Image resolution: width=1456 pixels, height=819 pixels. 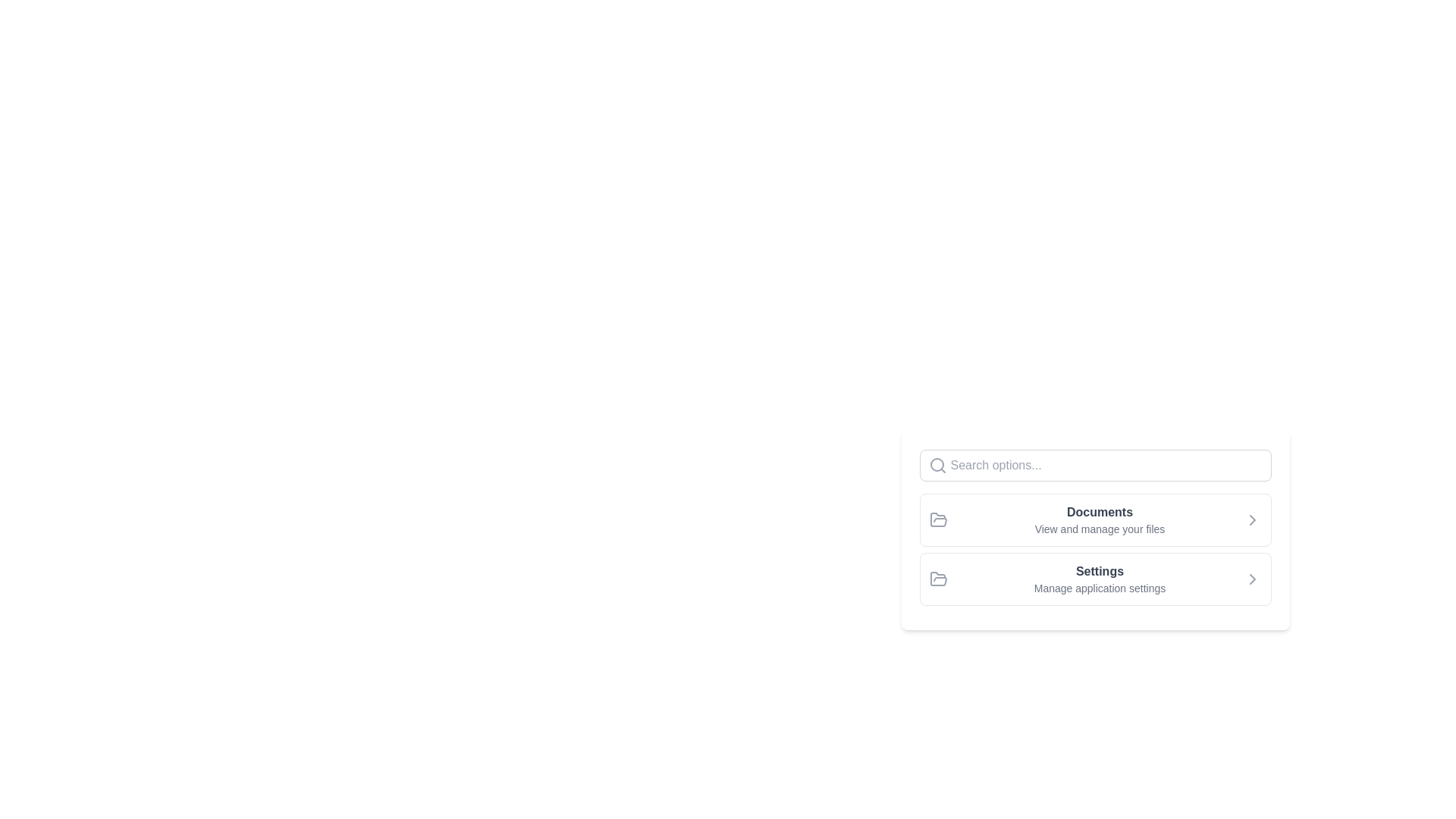 I want to click on the panel containing selectable options which has a white background, rounded corners, and includes entries labeled 'Documents' and 'Settings', so click(x=1095, y=595).